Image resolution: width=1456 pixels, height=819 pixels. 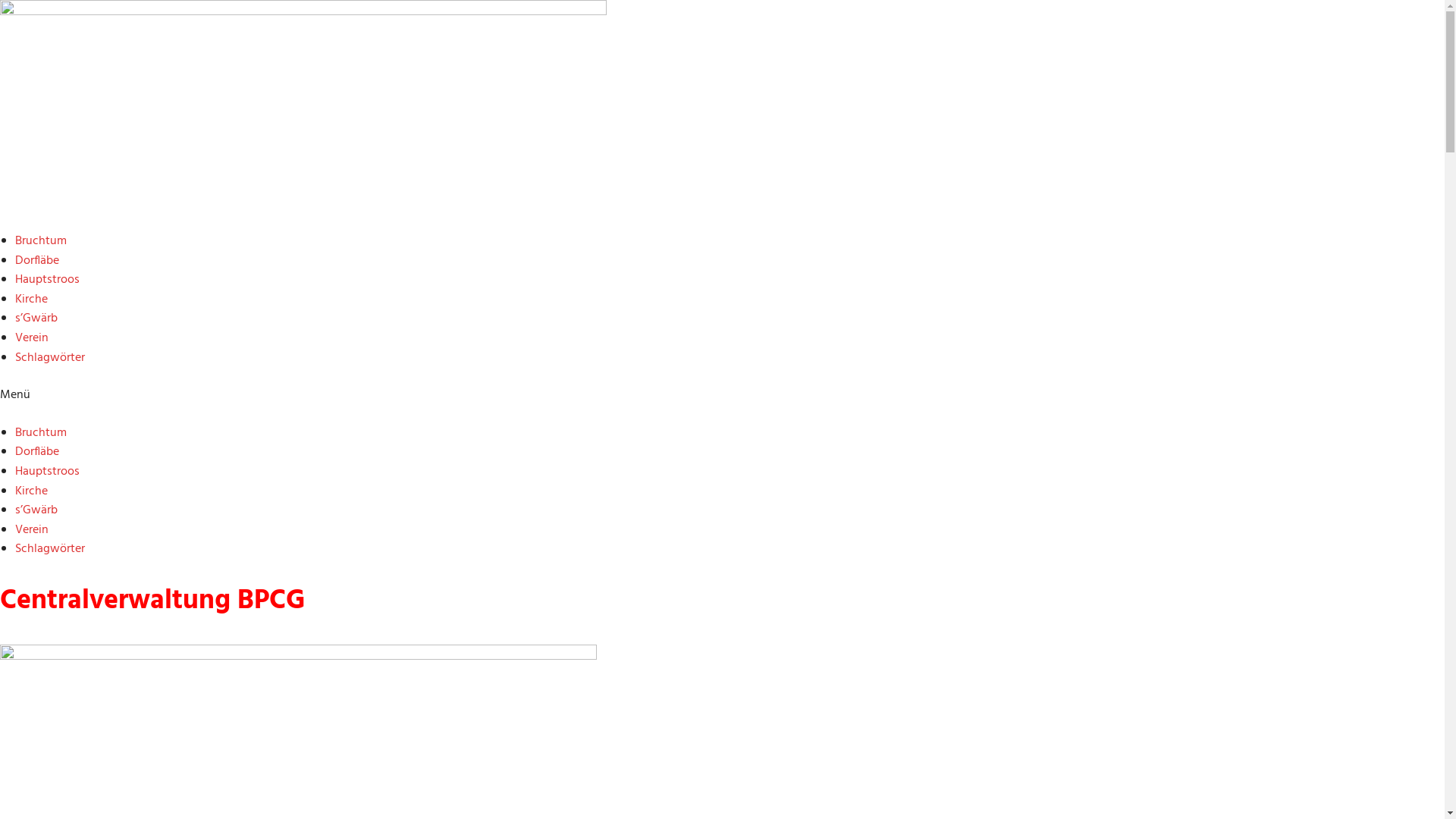 I want to click on 'Hauptstroos', so click(x=14, y=280).